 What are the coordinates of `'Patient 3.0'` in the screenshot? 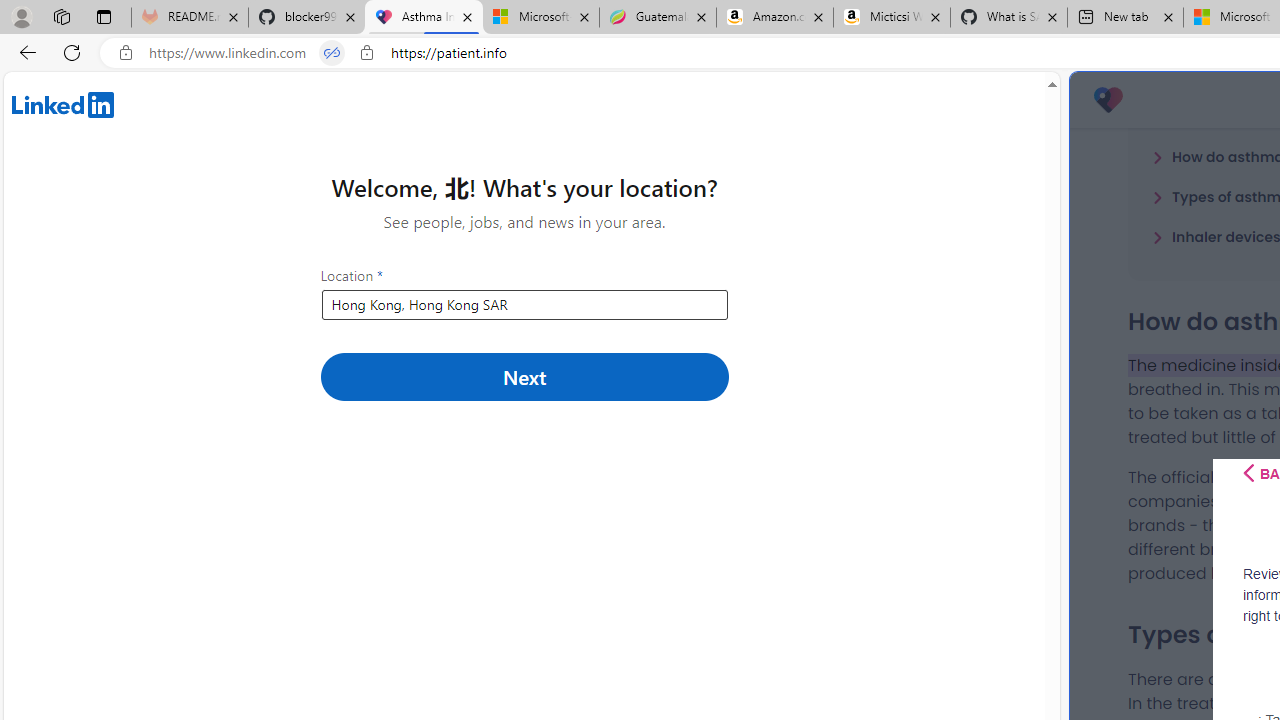 It's located at (1107, 100).